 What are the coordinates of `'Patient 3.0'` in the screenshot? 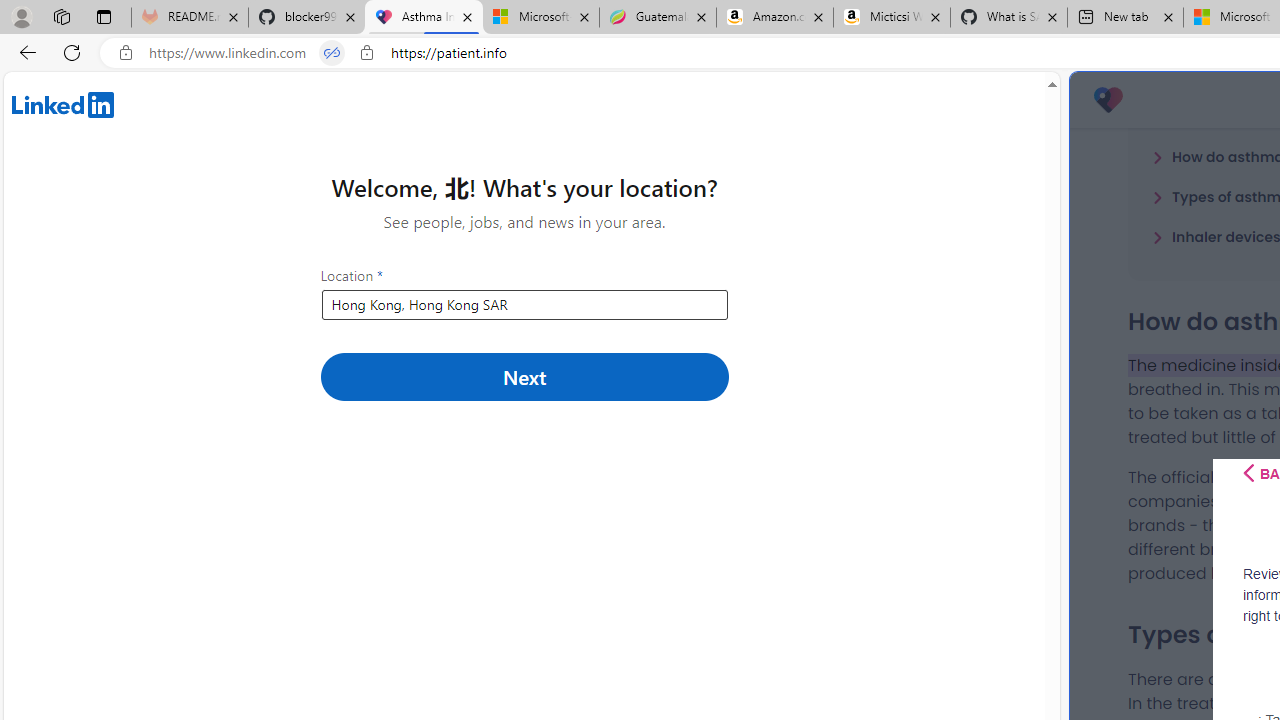 It's located at (1107, 100).